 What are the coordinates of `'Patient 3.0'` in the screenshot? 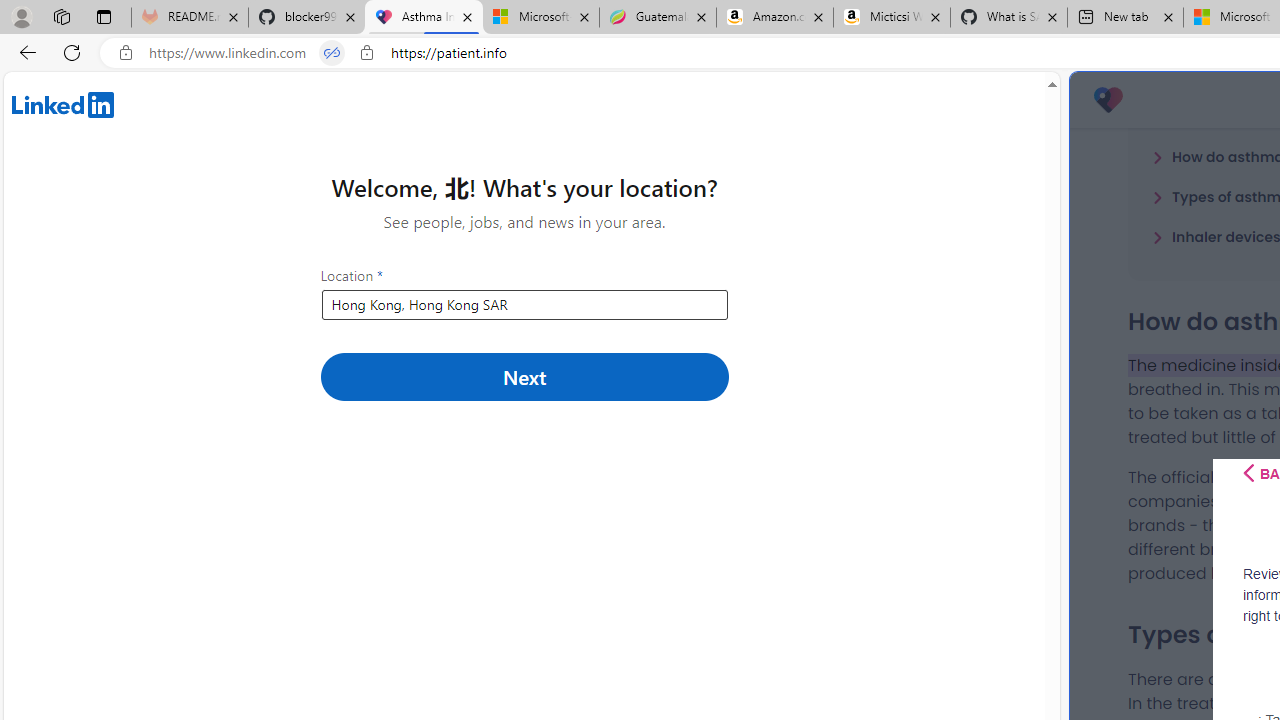 It's located at (1107, 100).